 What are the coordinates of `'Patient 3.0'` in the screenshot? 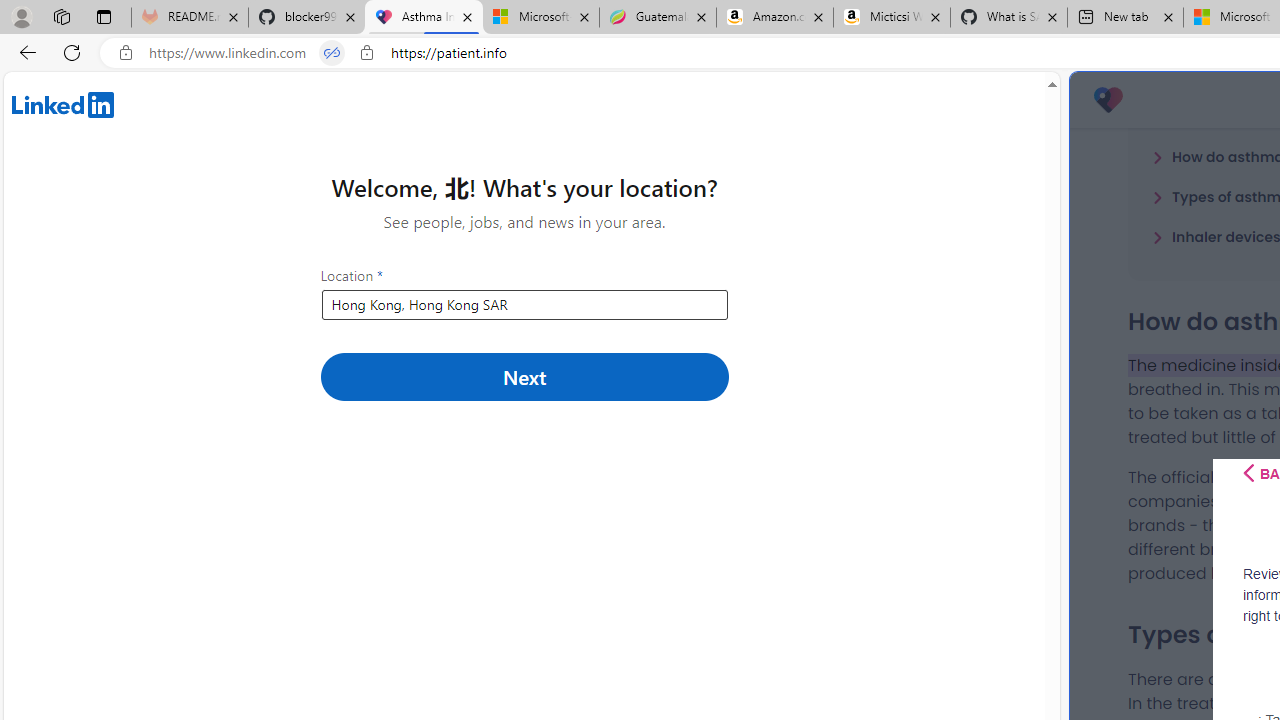 It's located at (1107, 100).